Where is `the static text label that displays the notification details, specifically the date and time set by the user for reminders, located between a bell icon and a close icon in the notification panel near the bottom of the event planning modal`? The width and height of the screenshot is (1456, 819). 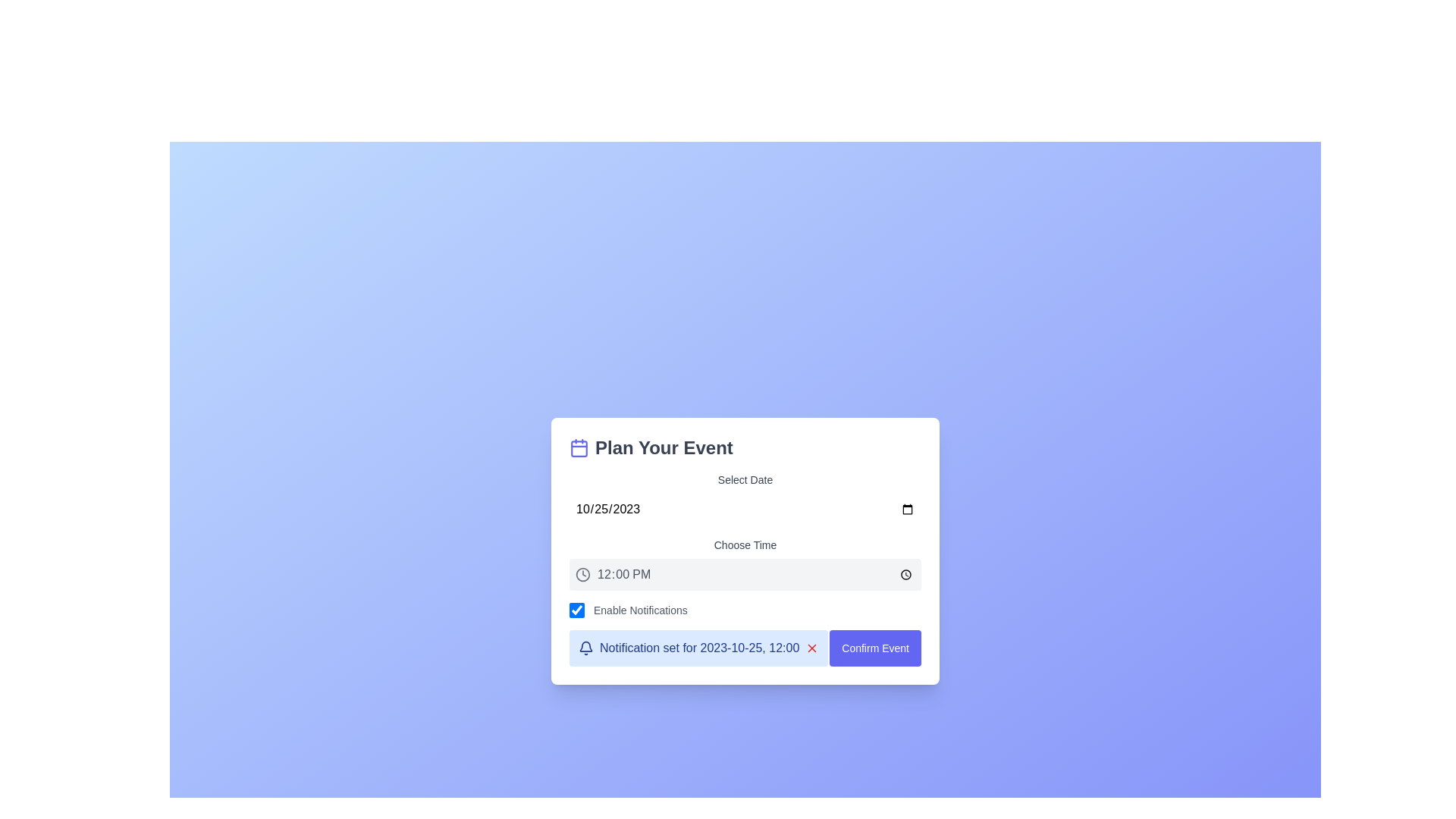 the static text label that displays the notification details, specifically the date and time set by the user for reminders, located between a bell icon and a close icon in the notification panel near the bottom of the event planning modal is located at coordinates (698, 648).